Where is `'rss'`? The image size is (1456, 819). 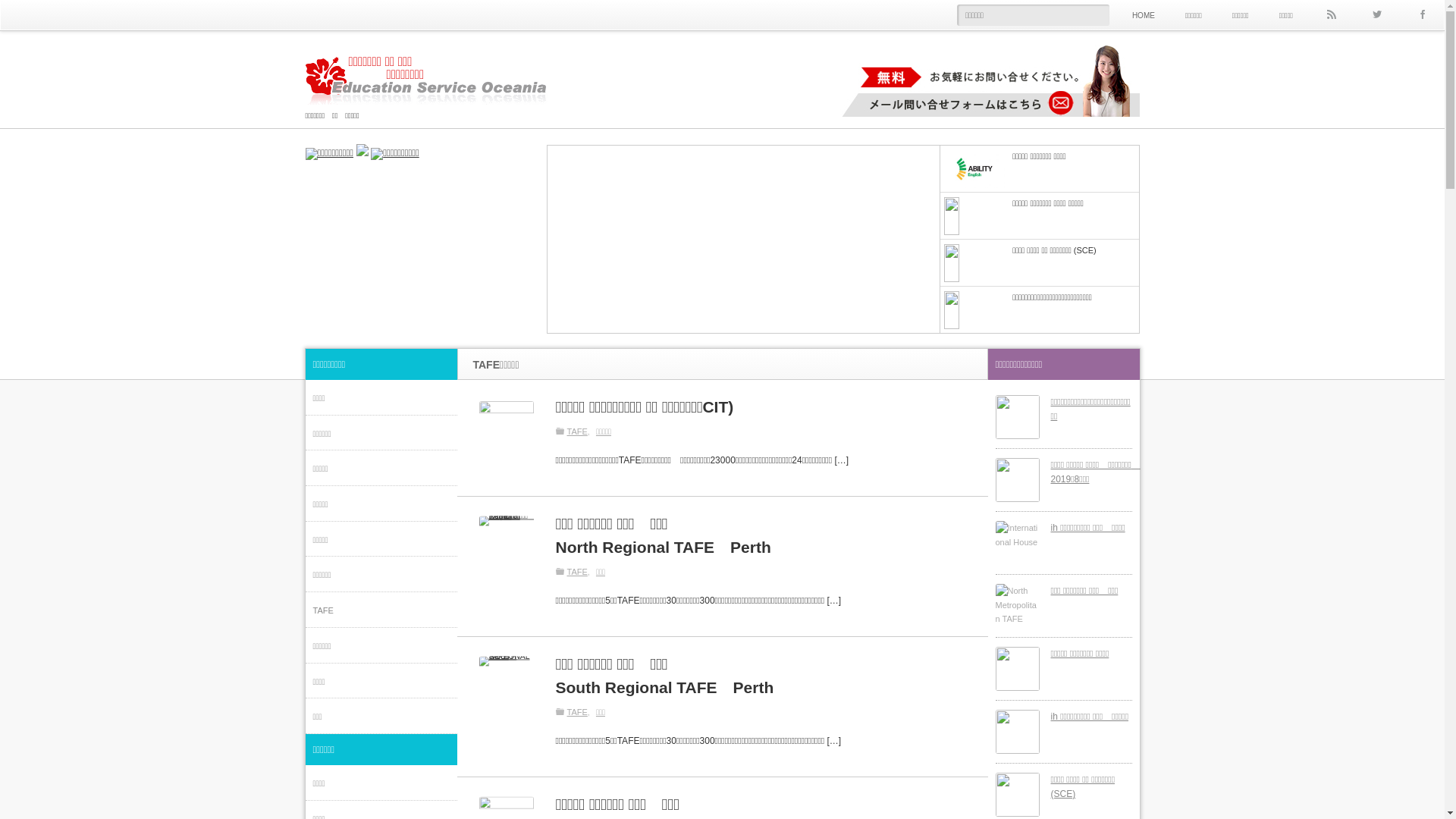 'rss' is located at coordinates (1330, 14).